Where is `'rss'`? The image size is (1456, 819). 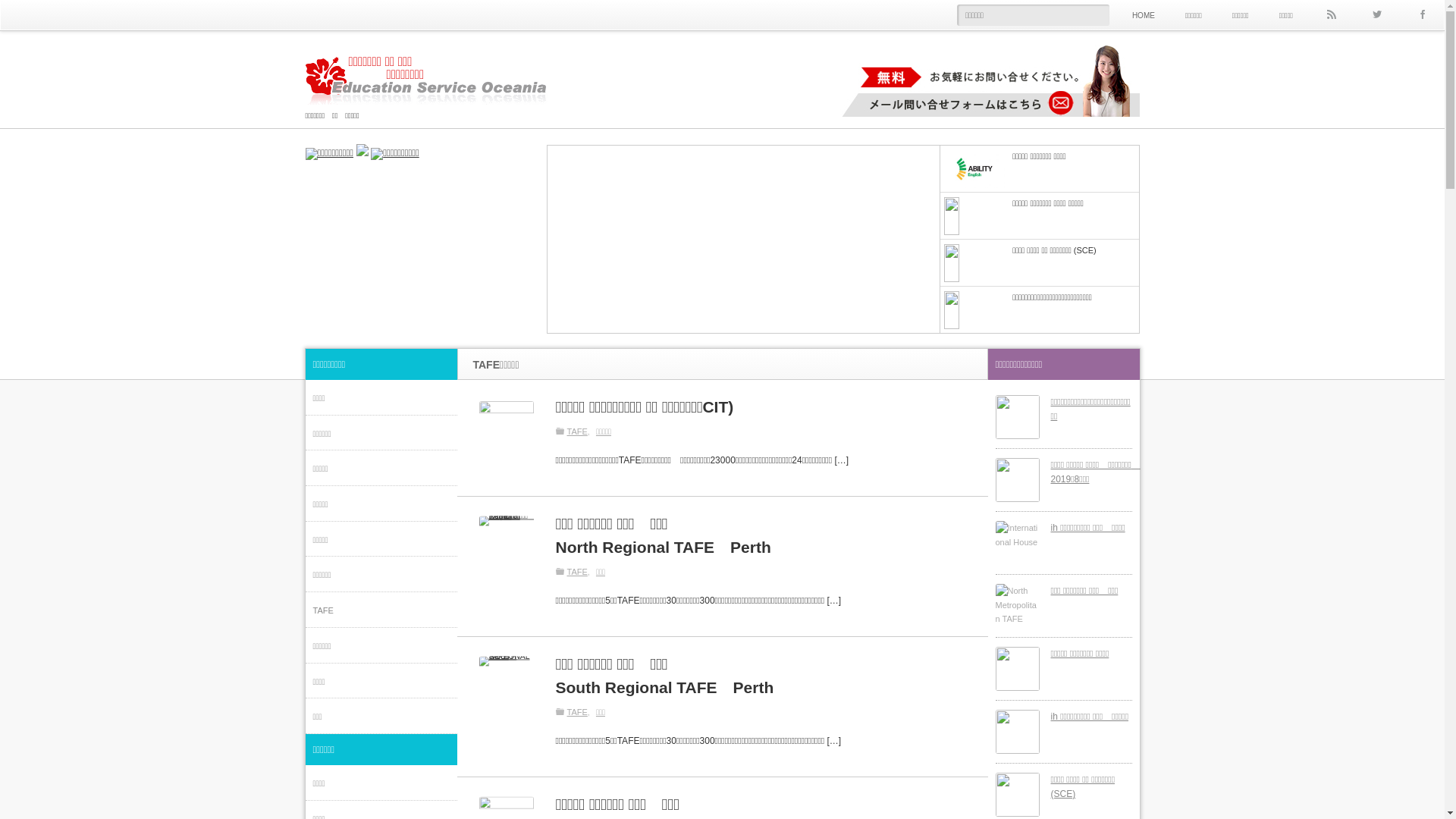 'rss' is located at coordinates (1330, 14).